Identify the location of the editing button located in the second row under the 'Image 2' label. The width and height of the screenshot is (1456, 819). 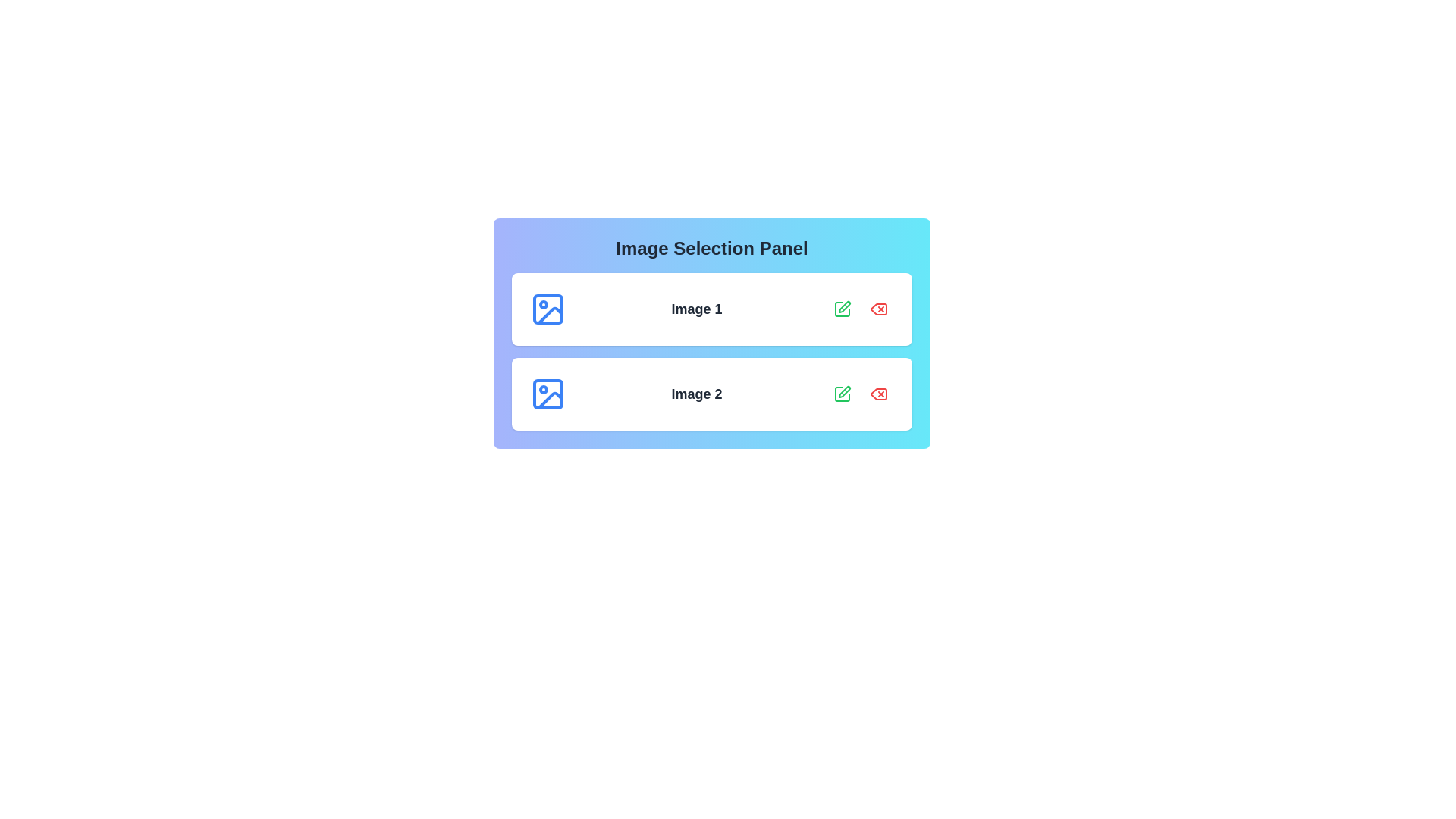
(841, 394).